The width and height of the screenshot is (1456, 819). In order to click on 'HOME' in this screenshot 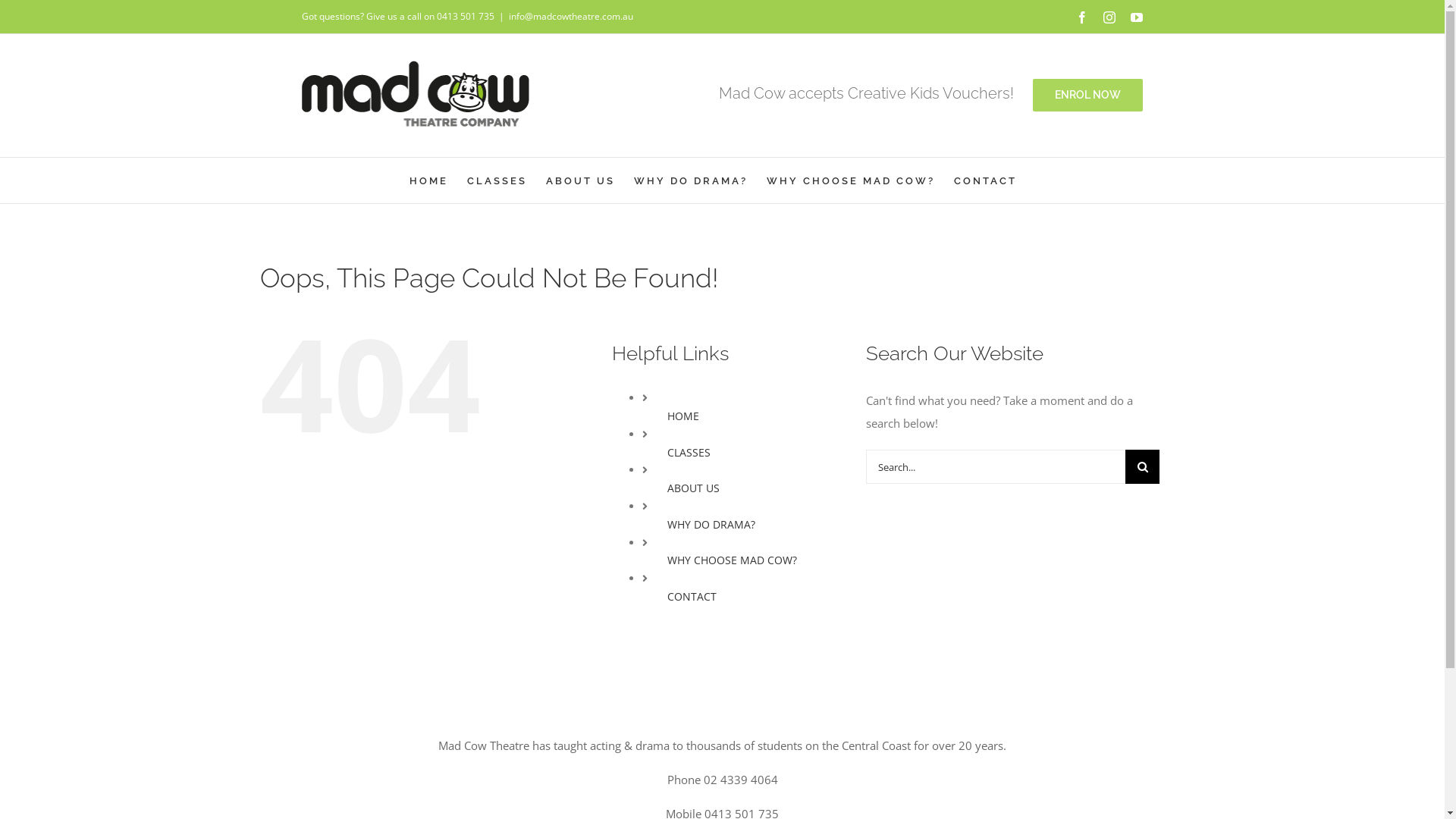, I will do `click(428, 180)`.